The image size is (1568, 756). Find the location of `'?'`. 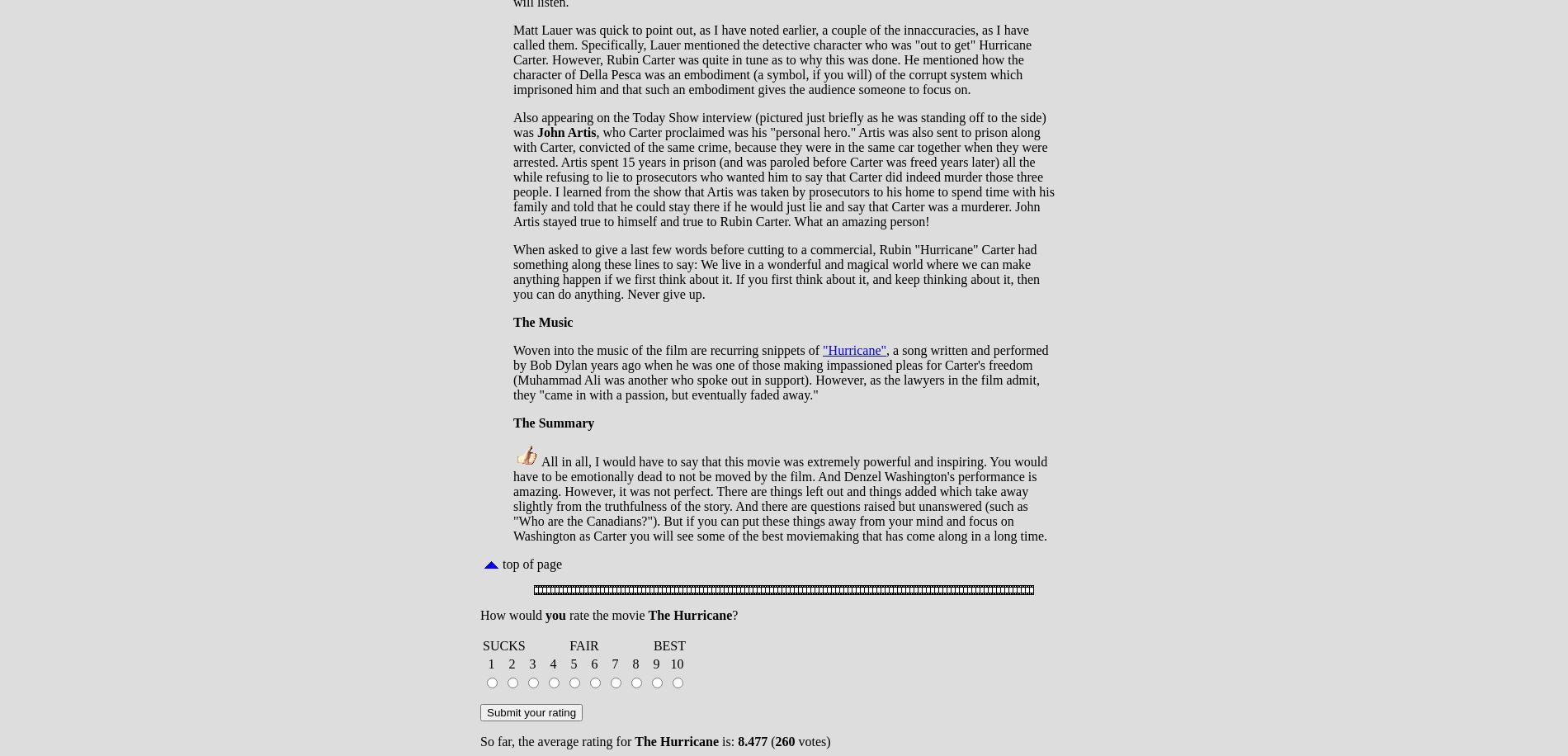

'?' is located at coordinates (730, 614).